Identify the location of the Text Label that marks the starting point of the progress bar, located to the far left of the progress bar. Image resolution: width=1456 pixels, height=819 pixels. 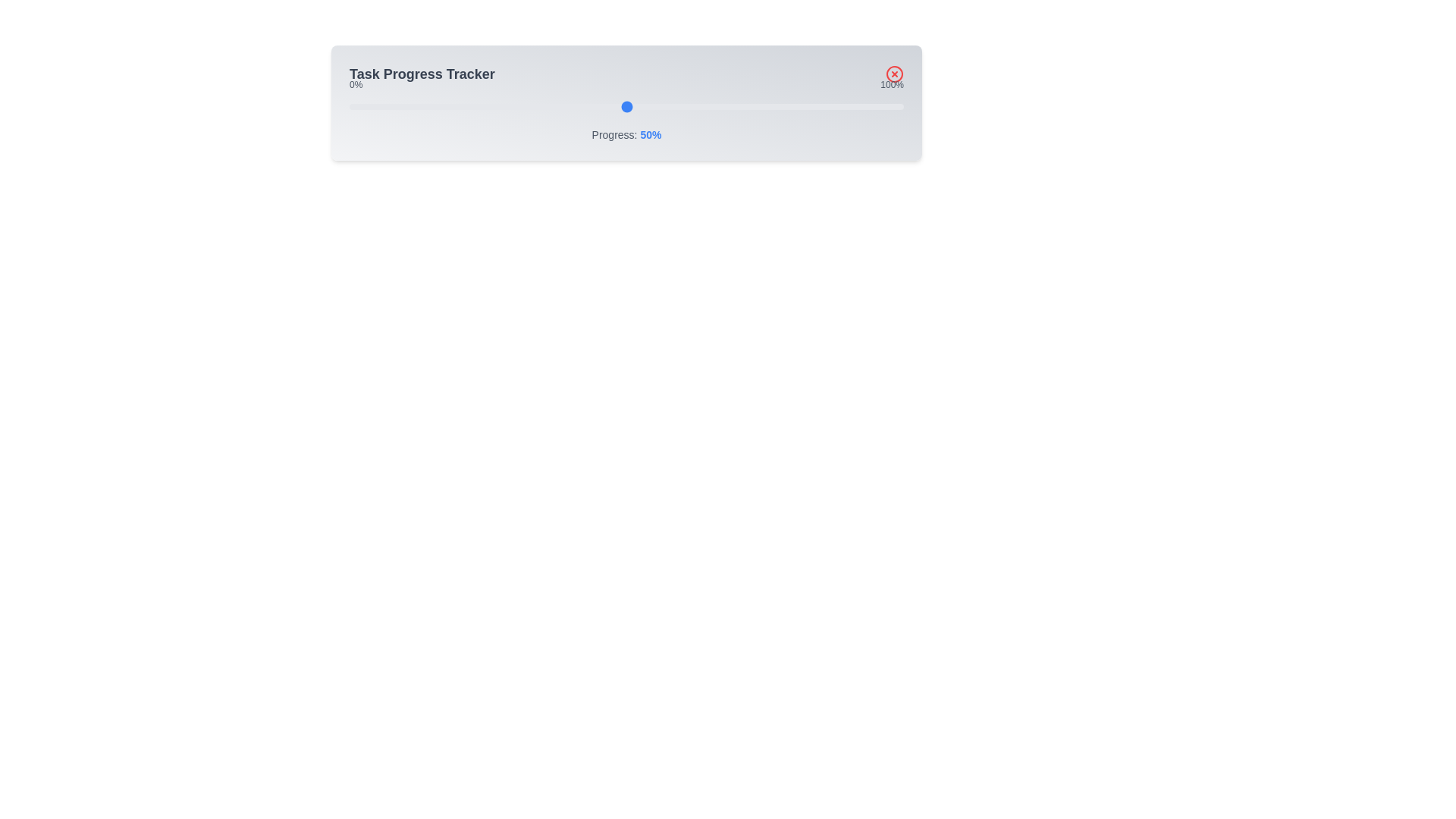
(355, 84).